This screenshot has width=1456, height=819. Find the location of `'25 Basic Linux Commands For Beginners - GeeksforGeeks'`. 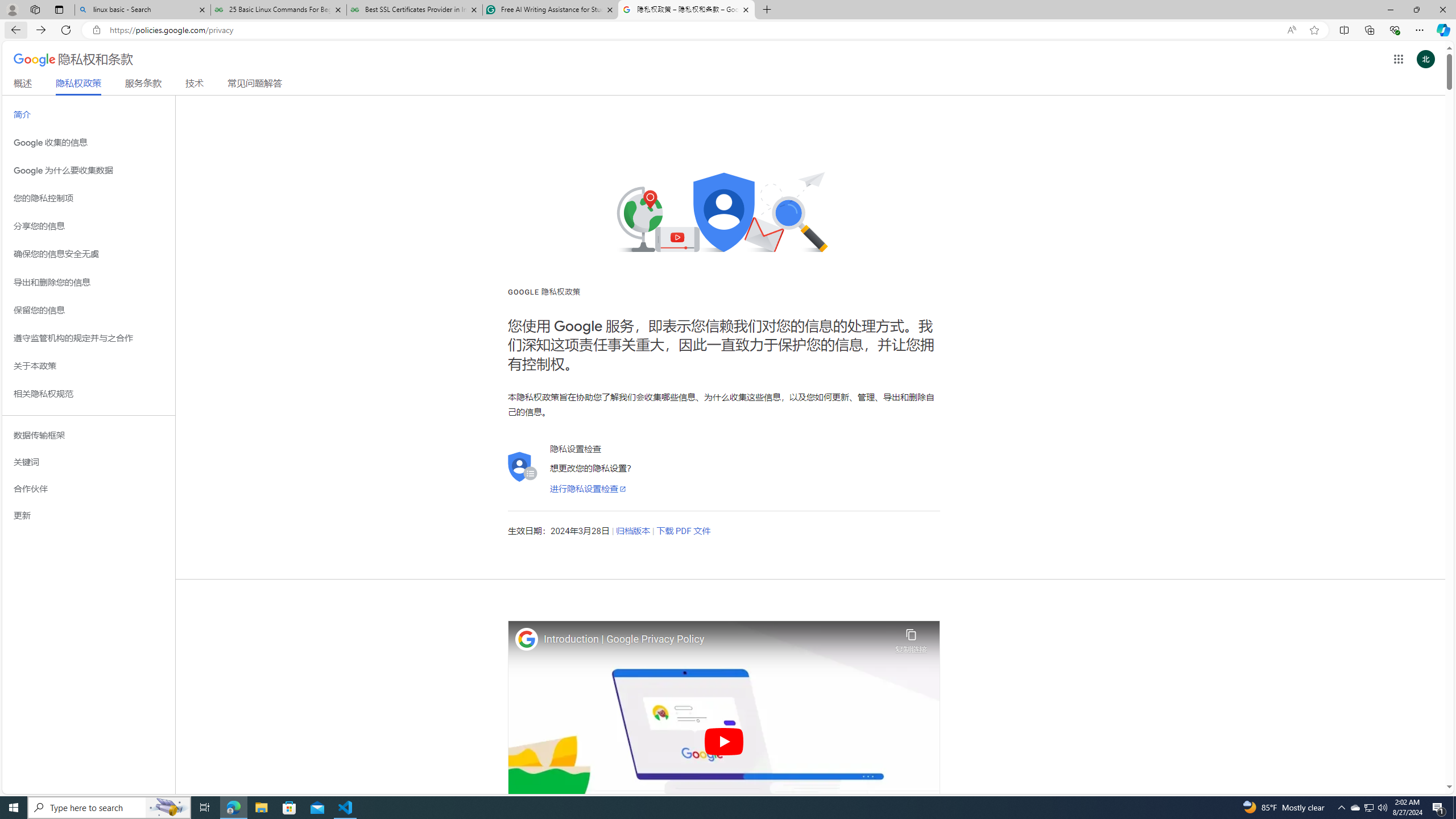

'25 Basic Linux Commands For Beginners - GeeksforGeeks' is located at coordinates (278, 9).